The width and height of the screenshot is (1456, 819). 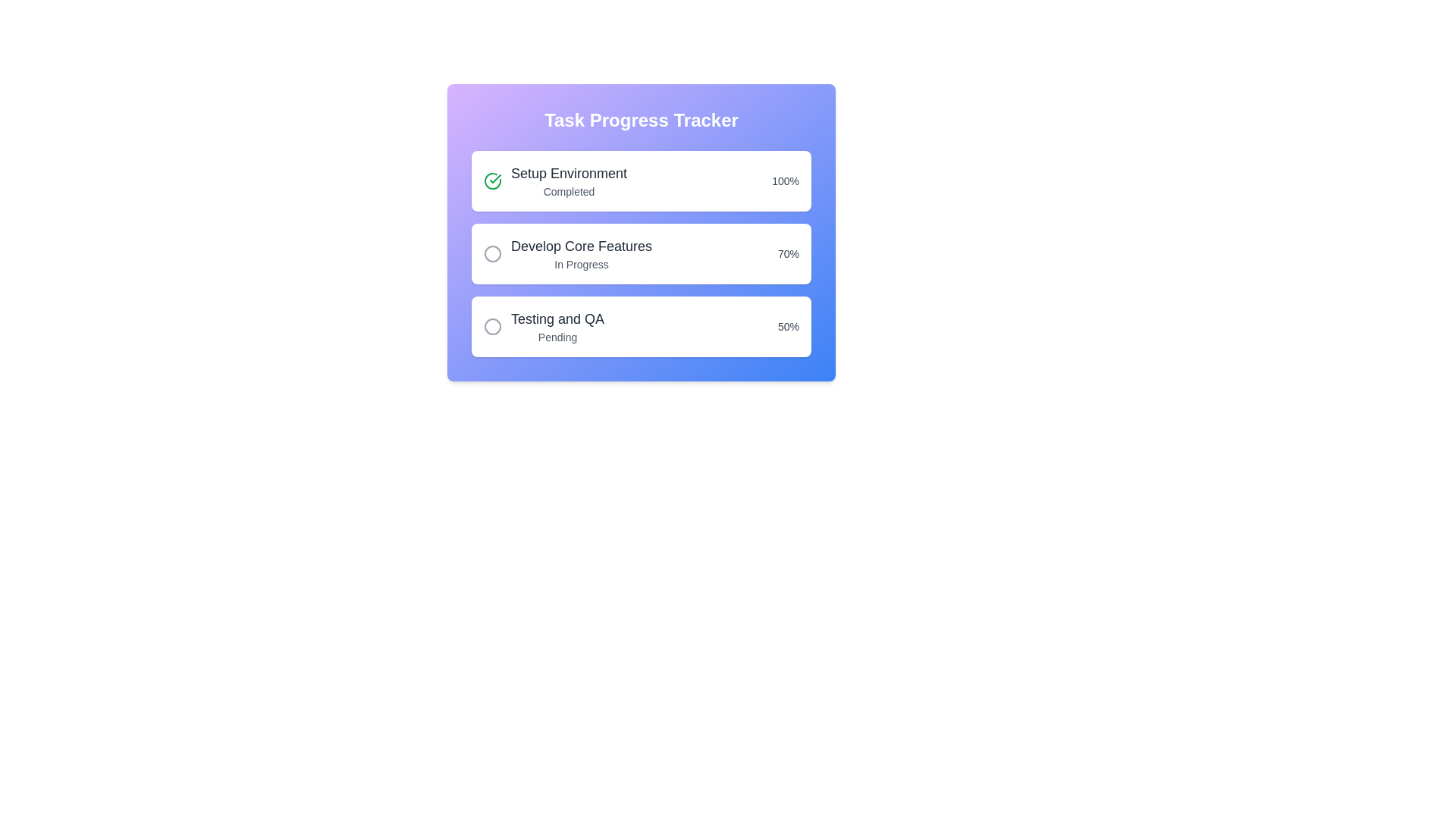 What do you see at coordinates (554, 180) in the screenshot?
I see `the completion status of the task entry indicating 'Setup Environment' has been completed, which is the first item in a task list with a percentage indicator on its right` at bounding box center [554, 180].